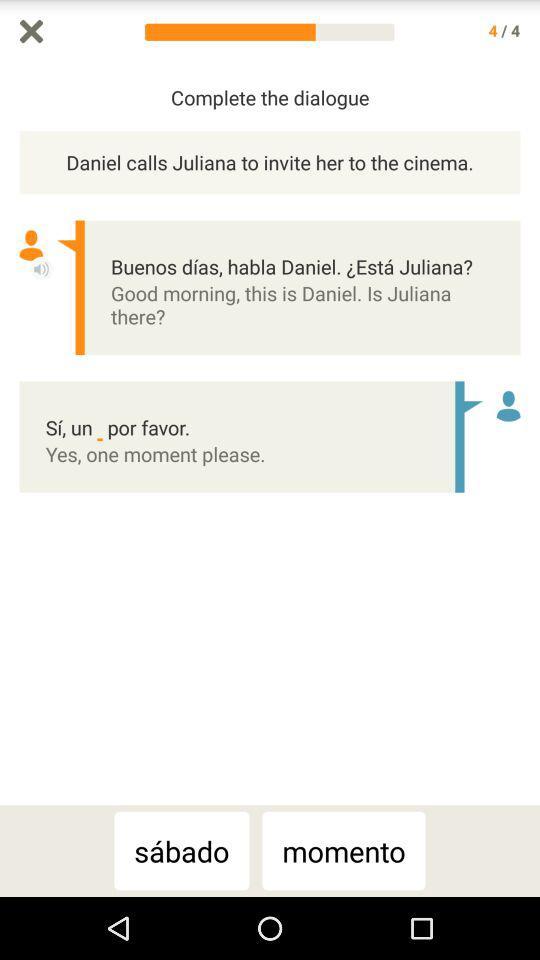 The width and height of the screenshot is (540, 960). I want to click on item below the 4 app, so click(530, 434).